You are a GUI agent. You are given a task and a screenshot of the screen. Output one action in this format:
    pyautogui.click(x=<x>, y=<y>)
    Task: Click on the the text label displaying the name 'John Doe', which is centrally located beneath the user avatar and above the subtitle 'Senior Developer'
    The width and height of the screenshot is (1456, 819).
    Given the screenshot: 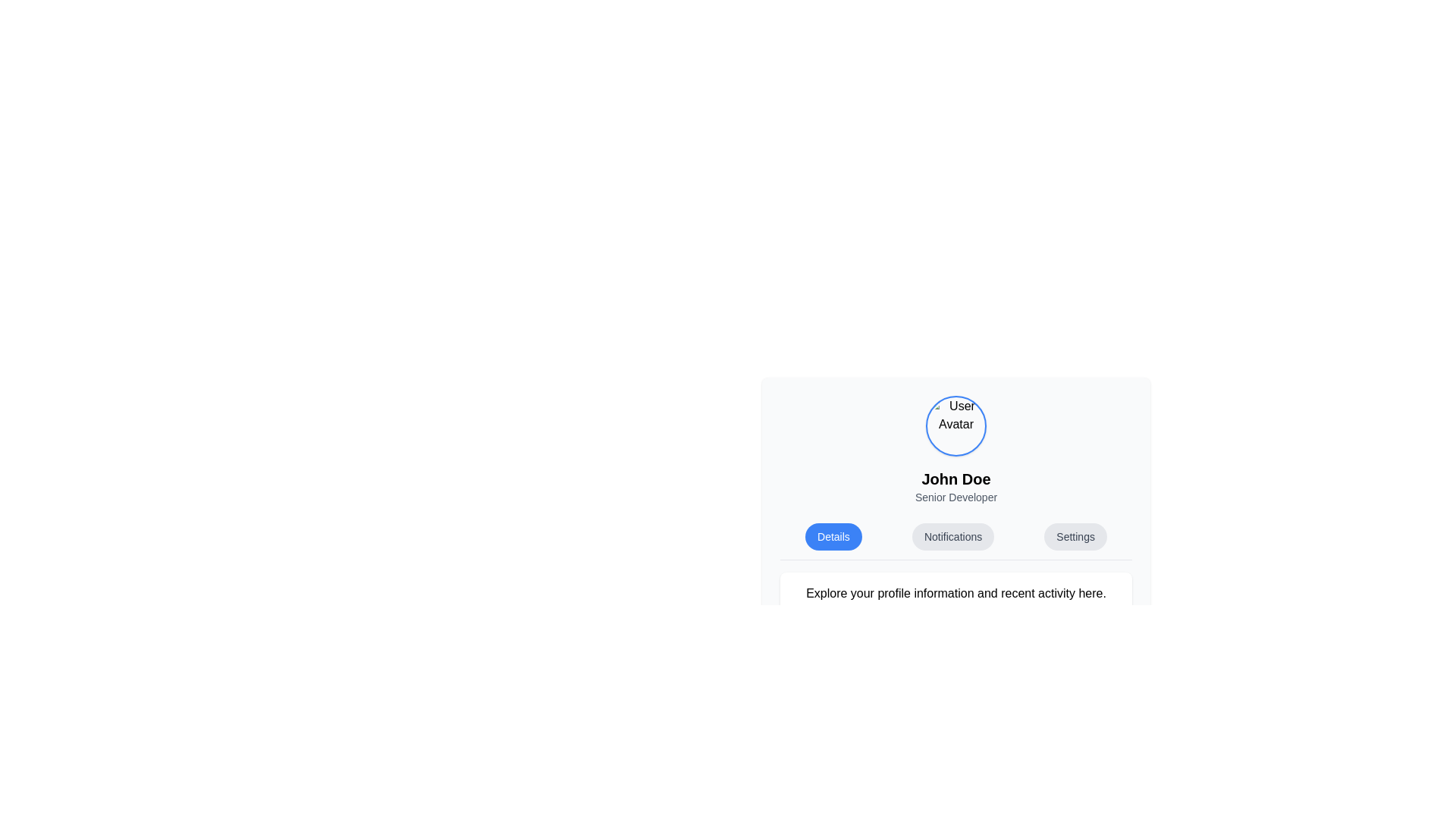 What is the action you would take?
    pyautogui.click(x=955, y=479)
    